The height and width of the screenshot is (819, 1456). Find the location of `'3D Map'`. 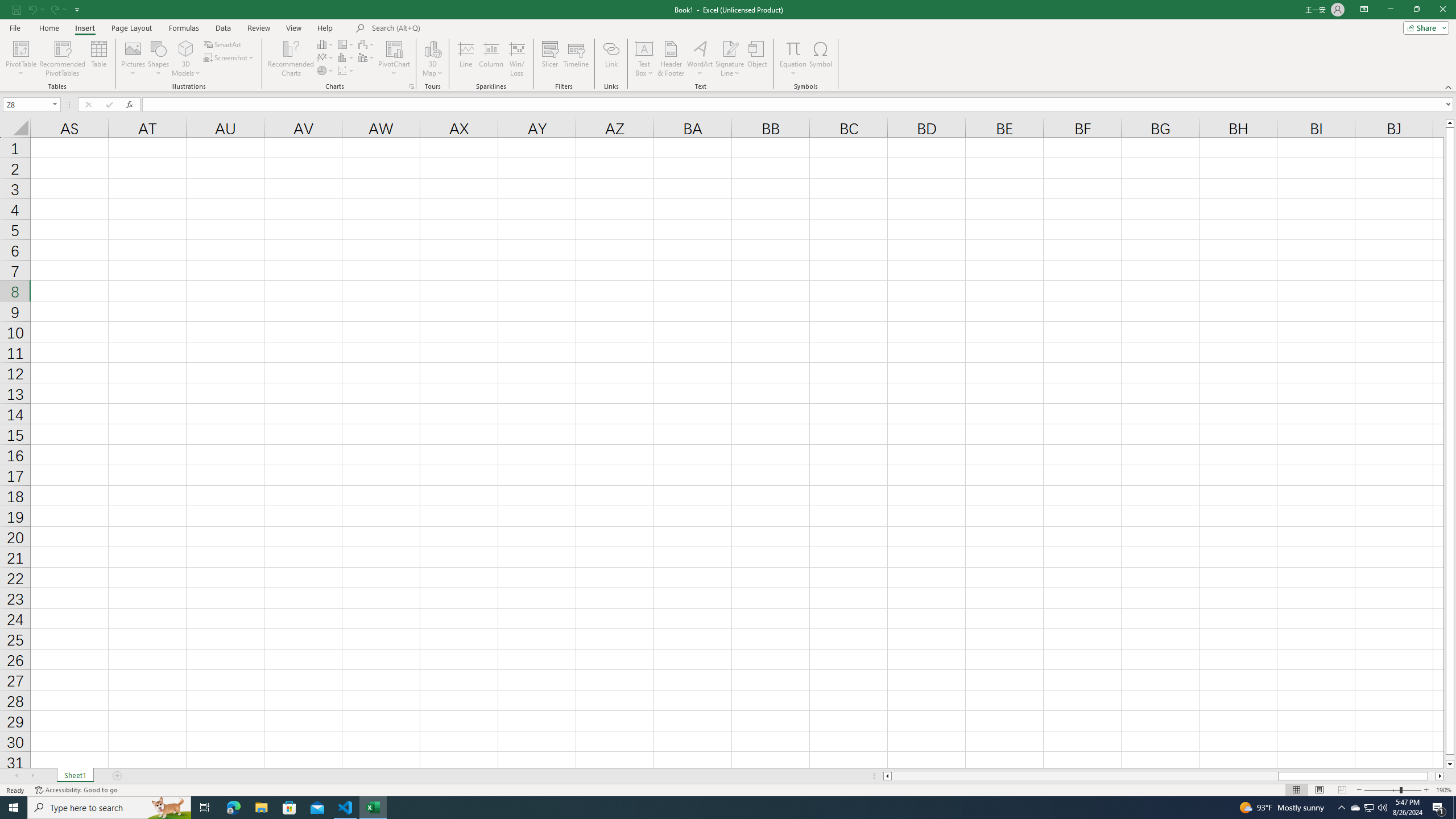

'3D Map' is located at coordinates (432, 48).